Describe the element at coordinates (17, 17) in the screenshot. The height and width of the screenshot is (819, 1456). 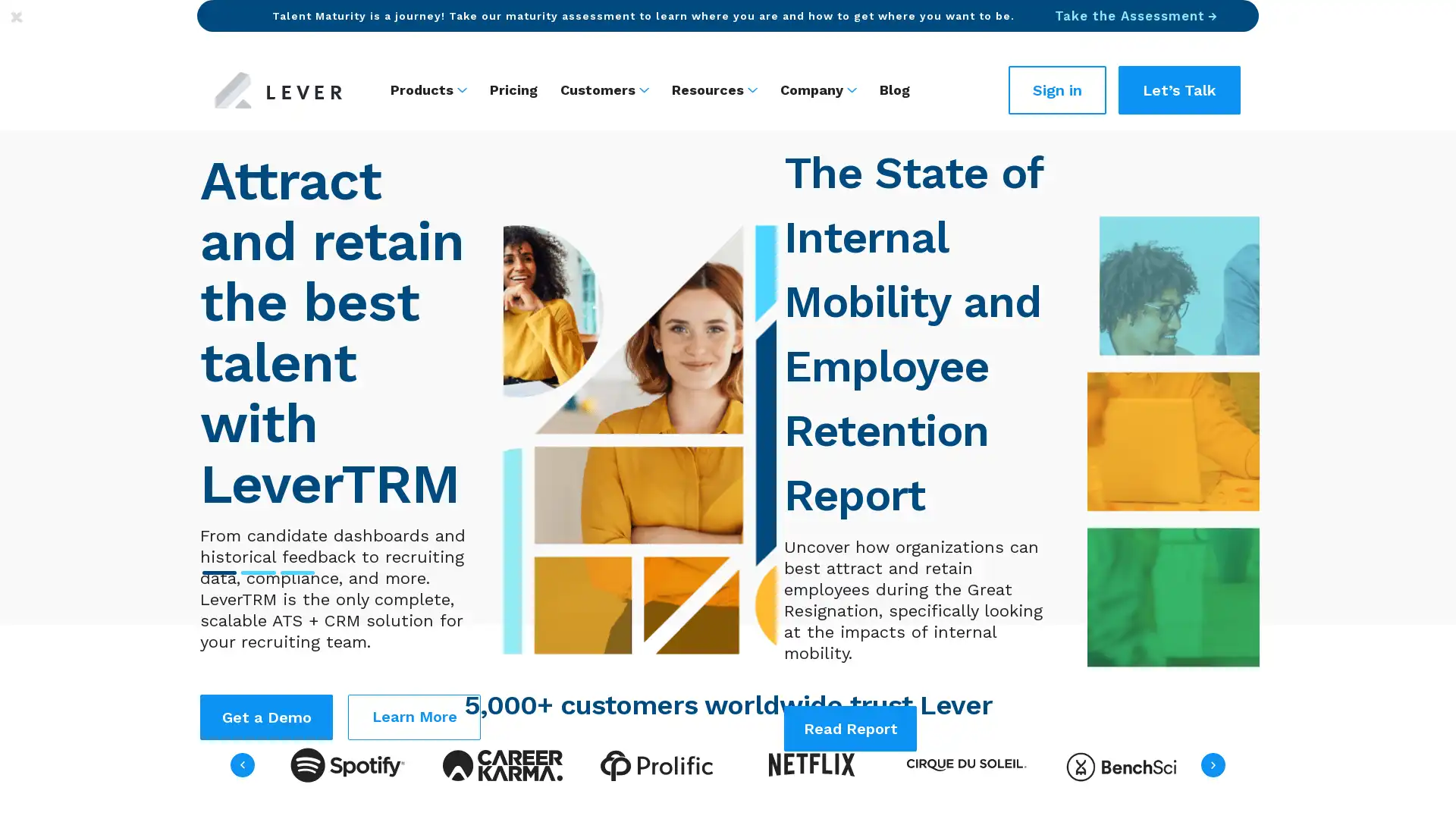
I see `Close` at that location.